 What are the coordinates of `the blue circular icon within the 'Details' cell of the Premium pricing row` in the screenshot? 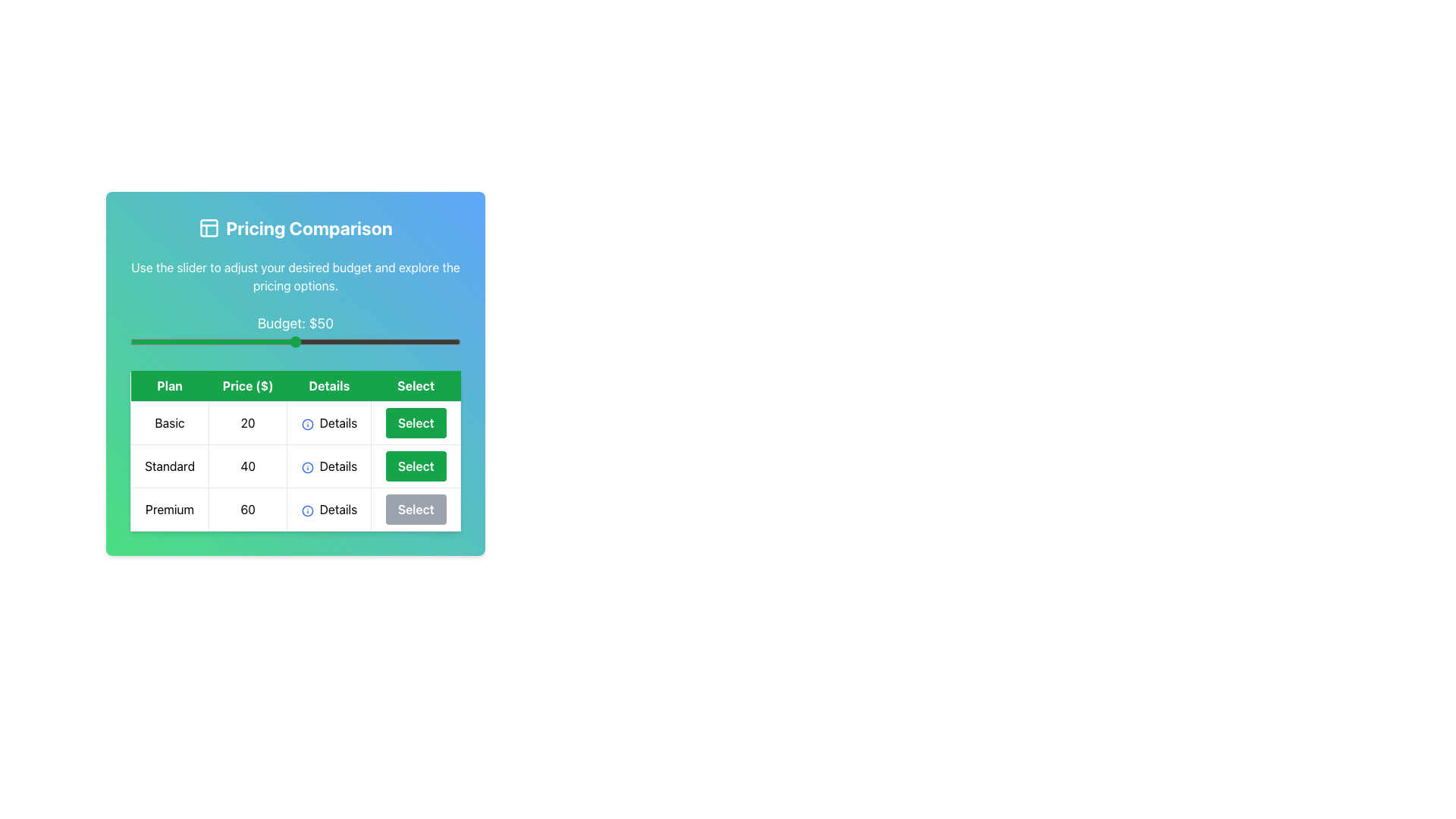 It's located at (306, 510).